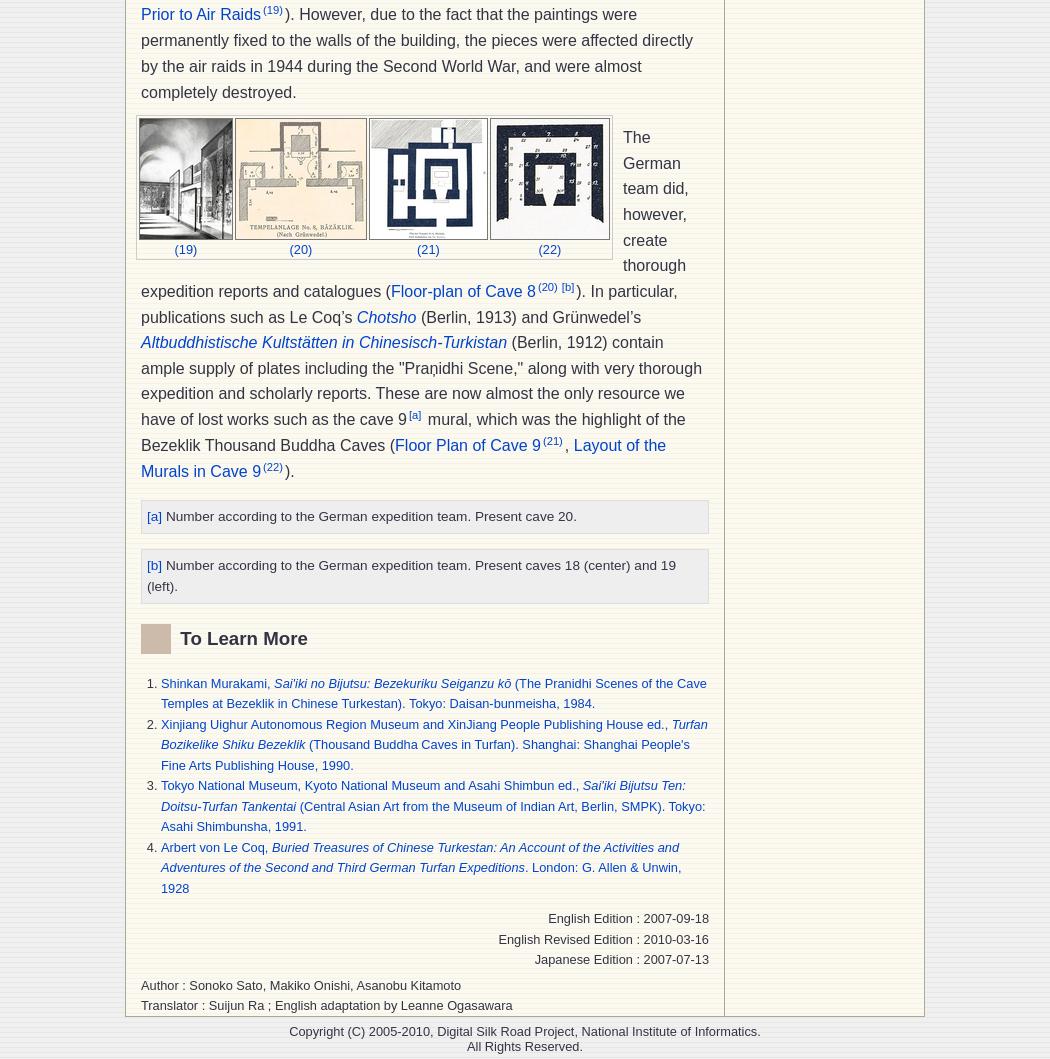 The height and width of the screenshot is (1059, 1050). Describe the element at coordinates (140, 380) in the screenshot. I see `'(Berlin, 1912) contain ample supply of plates including the "Praņidhi Scene," along with very thorough expedition and scholarly reports. These are now almost the only resource we have of lost works such as the cave 9'` at that location.